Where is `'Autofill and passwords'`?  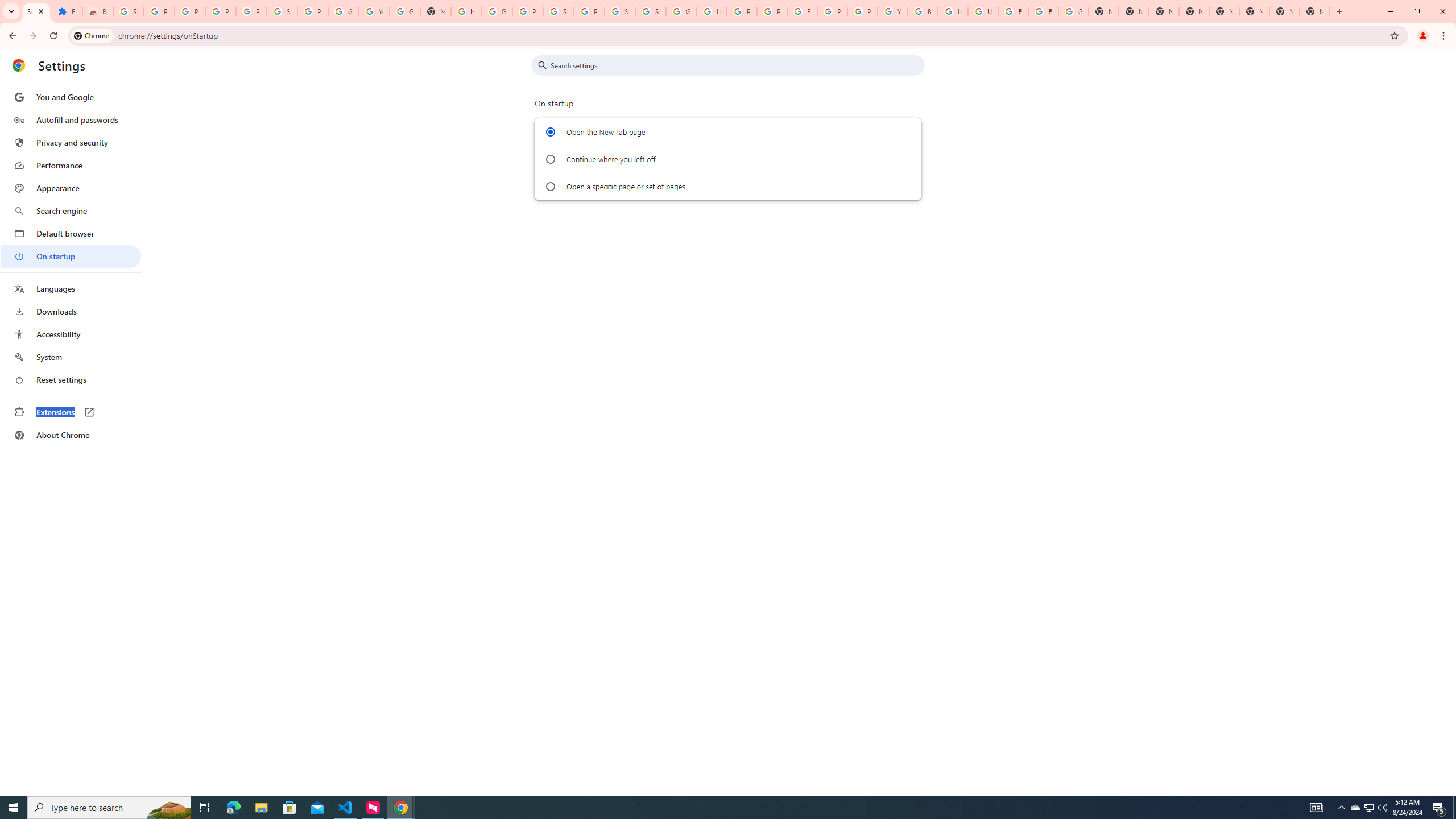 'Autofill and passwords' is located at coordinates (70, 119).